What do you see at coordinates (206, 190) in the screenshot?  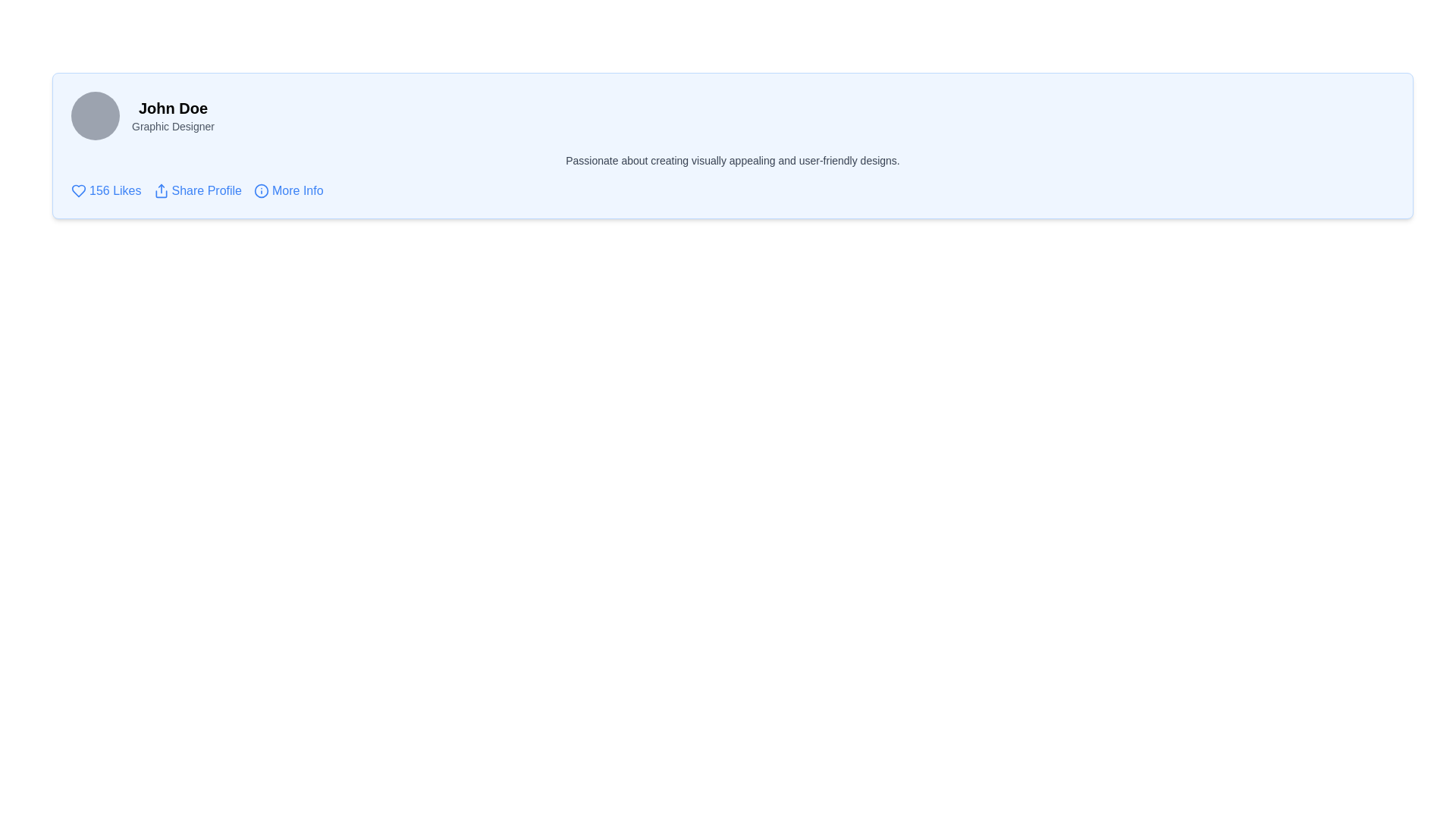 I see `the 'Share Profile' text label, styled in blue, located in the center of the card layout` at bounding box center [206, 190].